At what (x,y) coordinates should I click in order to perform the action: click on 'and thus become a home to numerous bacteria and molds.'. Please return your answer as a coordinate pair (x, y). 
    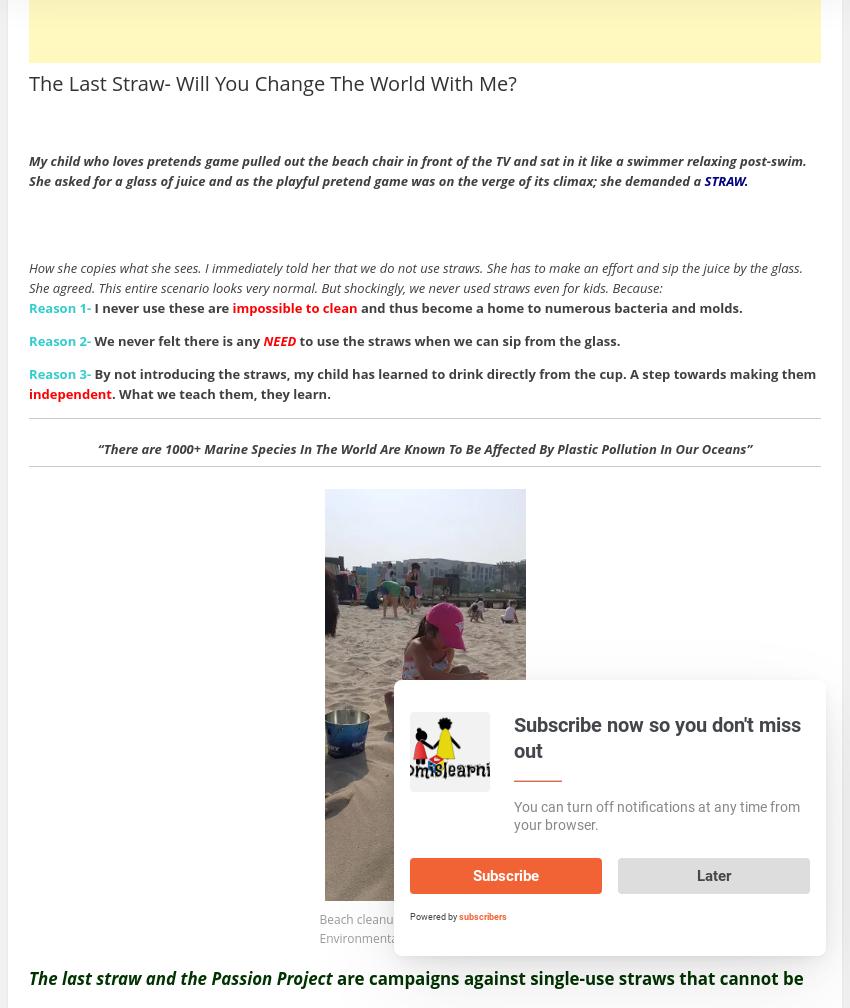
    Looking at the image, I should click on (548, 307).